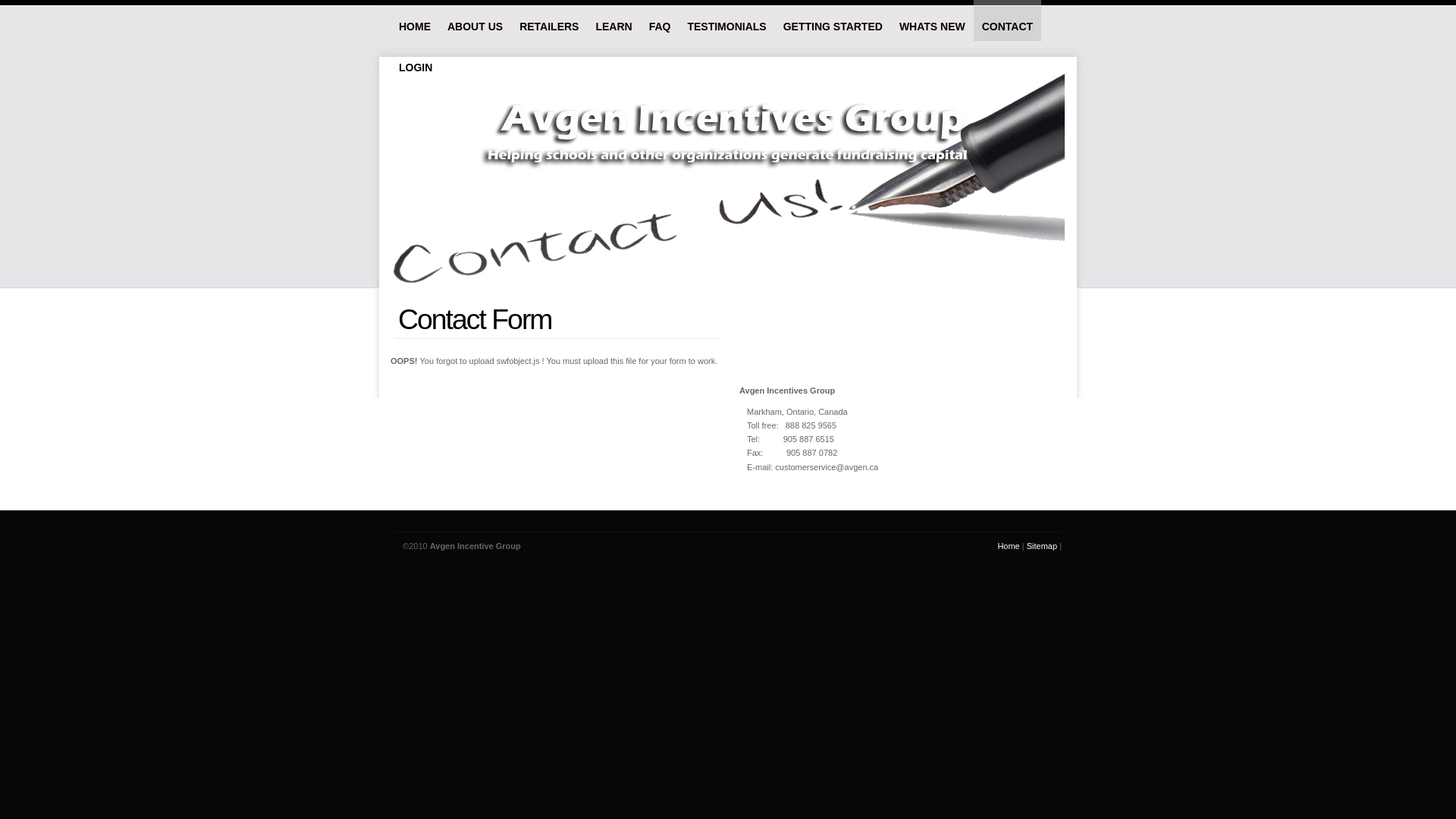  What do you see at coordinates (640, 20) in the screenshot?
I see `'FAQ'` at bounding box center [640, 20].